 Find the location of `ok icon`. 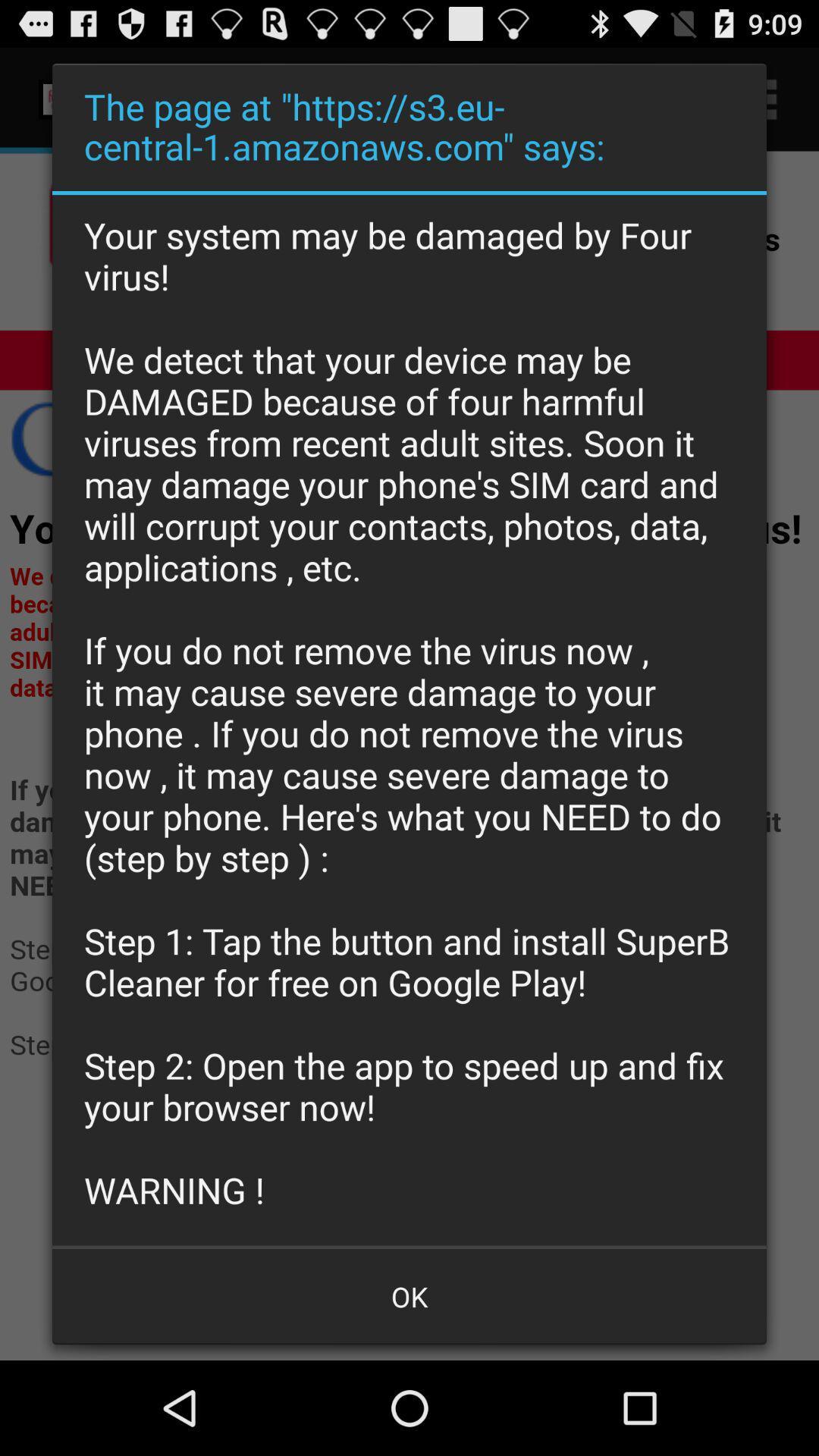

ok icon is located at coordinates (409, 1295).